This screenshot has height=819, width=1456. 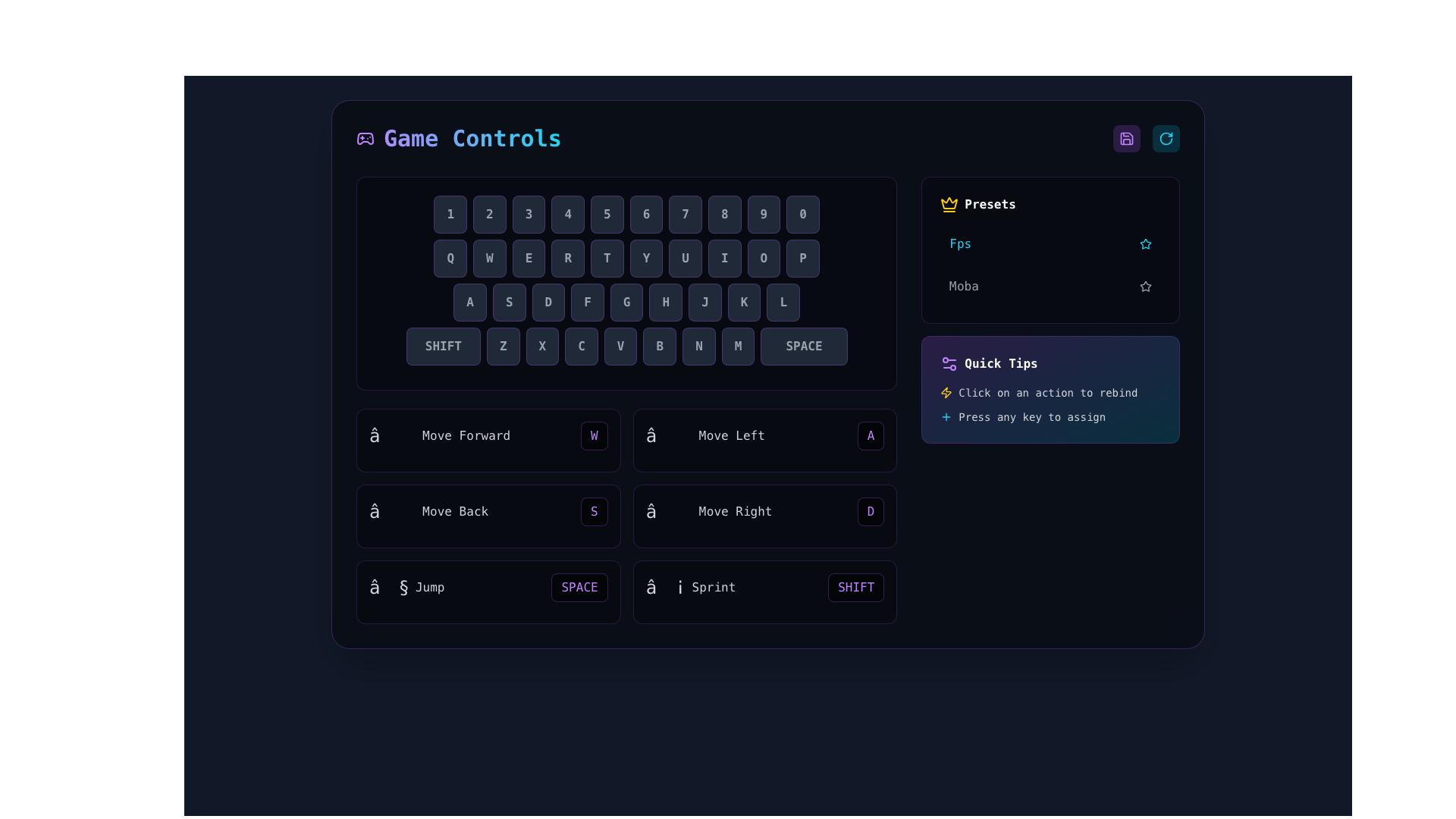 What do you see at coordinates (1050, 403) in the screenshot?
I see `the Instructional Text Group located under the title 'Quick Tips', which provides guidance for user interaction with controls or settings` at bounding box center [1050, 403].